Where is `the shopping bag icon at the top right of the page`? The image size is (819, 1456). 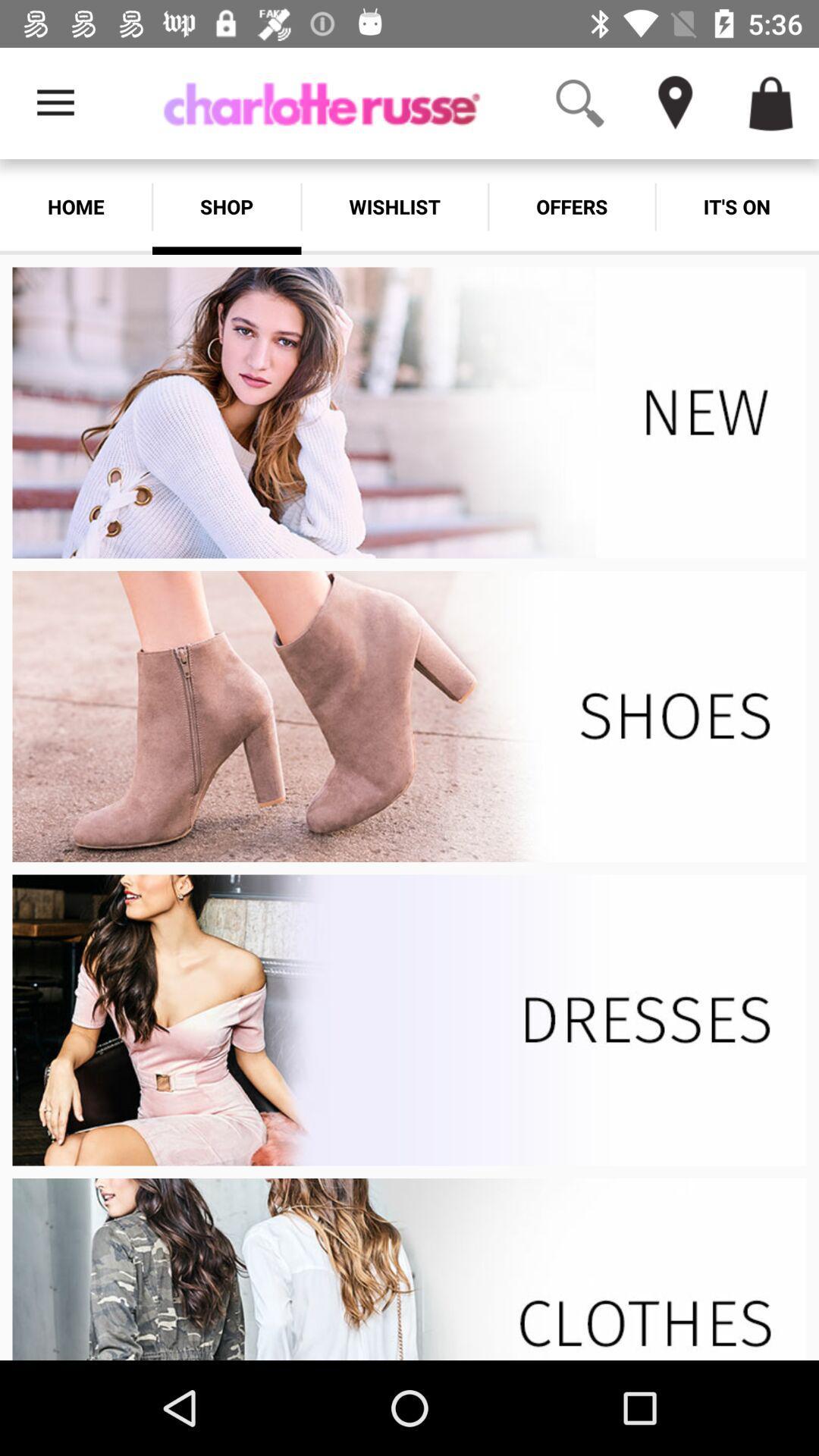 the shopping bag icon at the top right of the page is located at coordinates (771, 103).